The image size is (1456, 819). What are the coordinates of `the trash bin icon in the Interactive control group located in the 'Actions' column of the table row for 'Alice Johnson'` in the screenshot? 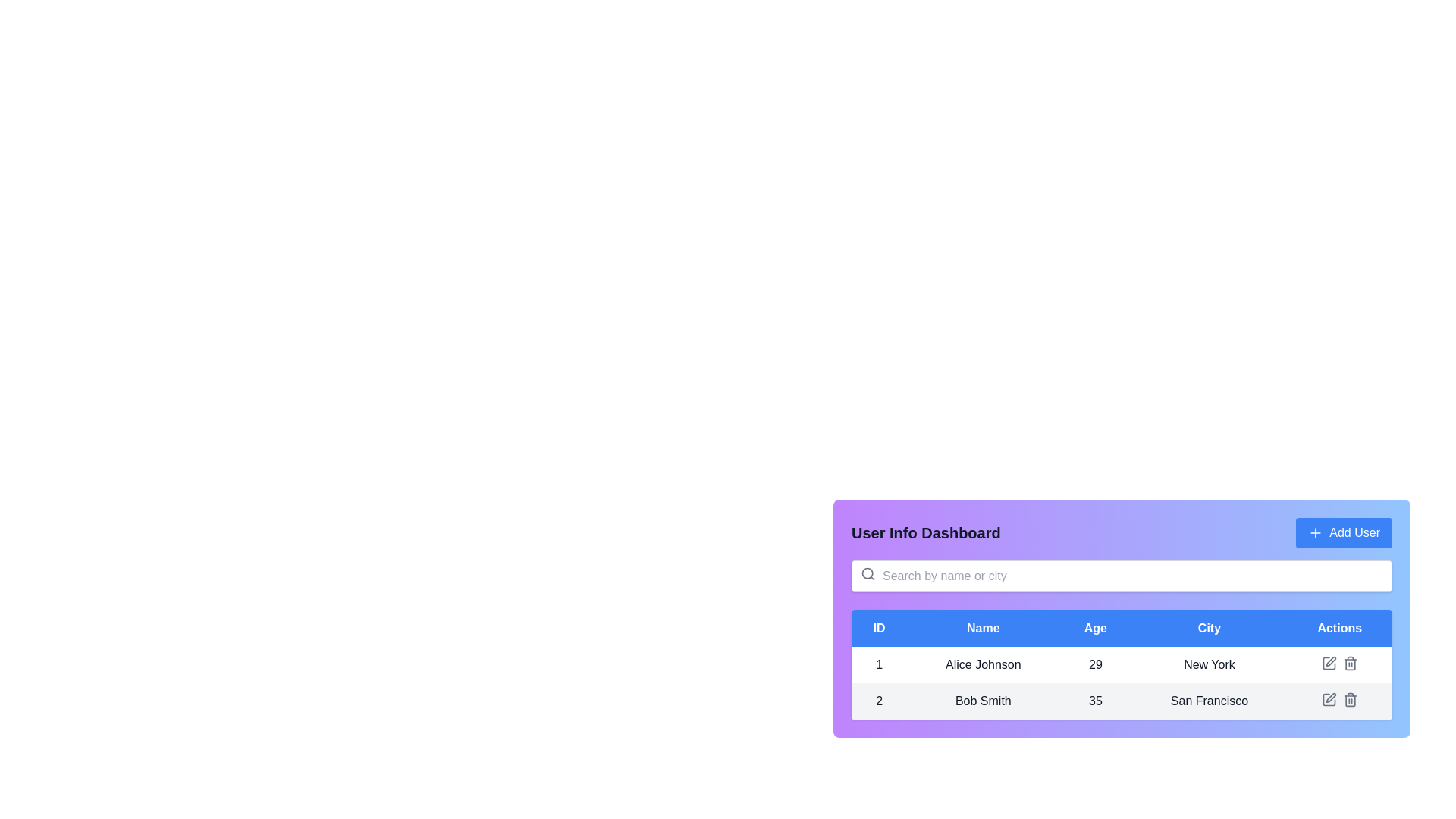 It's located at (1339, 663).